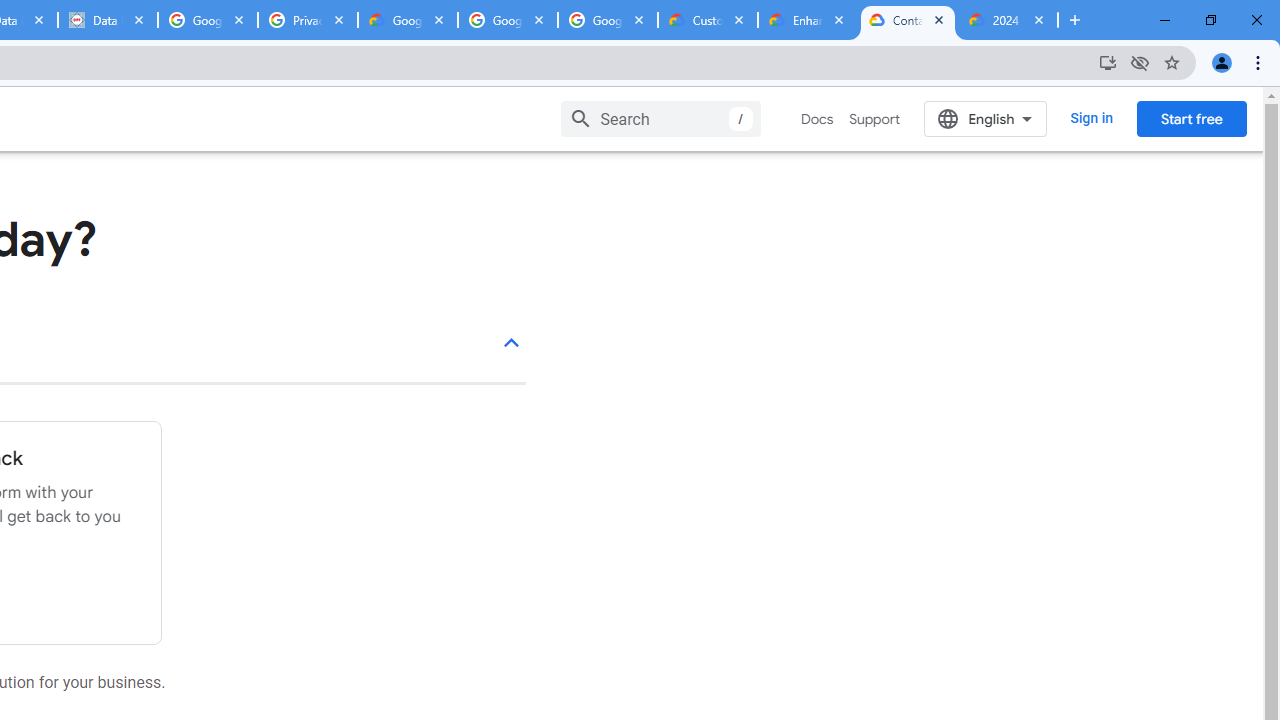 The image size is (1280, 720). What do you see at coordinates (874, 119) in the screenshot?
I see `'Support'` at bounding box center [874, 119].